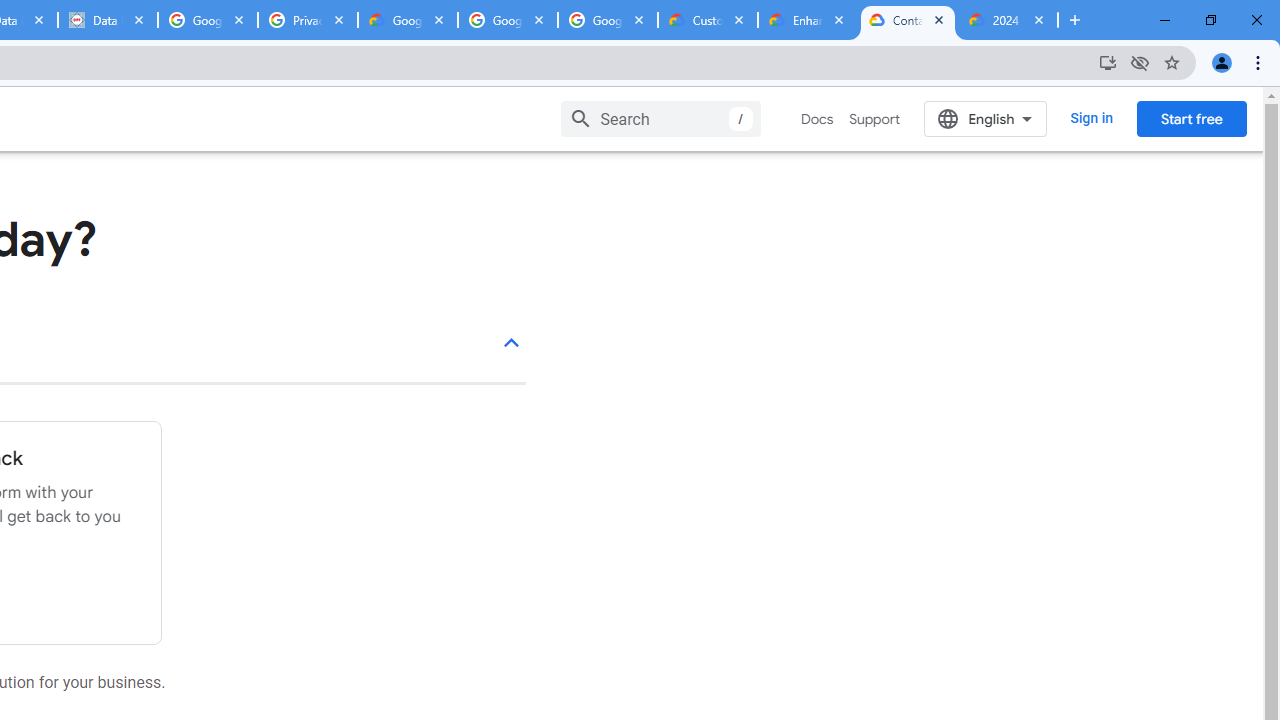 The image size is (1280, 720). What do you see at coordinates (874, 119) in the screenshot?
I see `'Support'` at bounding box center [874, 119].